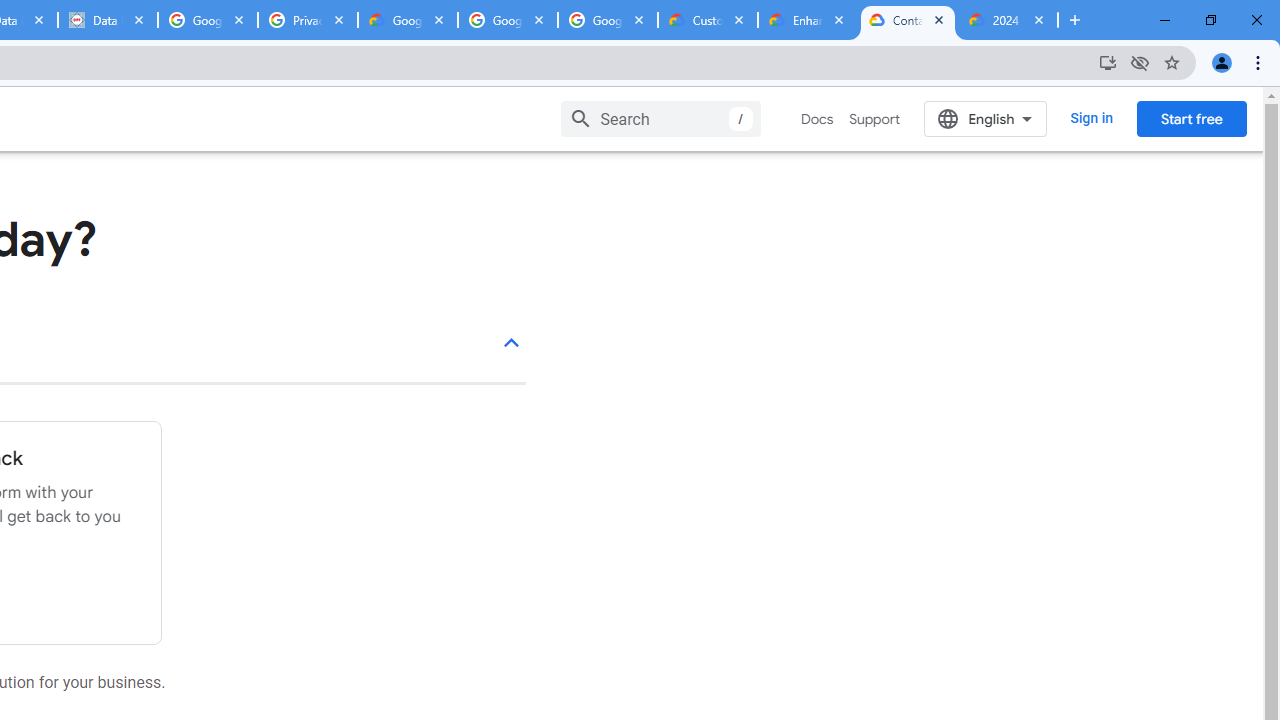 The image size is (1280, 720). What do you see at coordinates (874, 119) in the screenshot?
I see `'Support'` at bounding box center [874, 119].